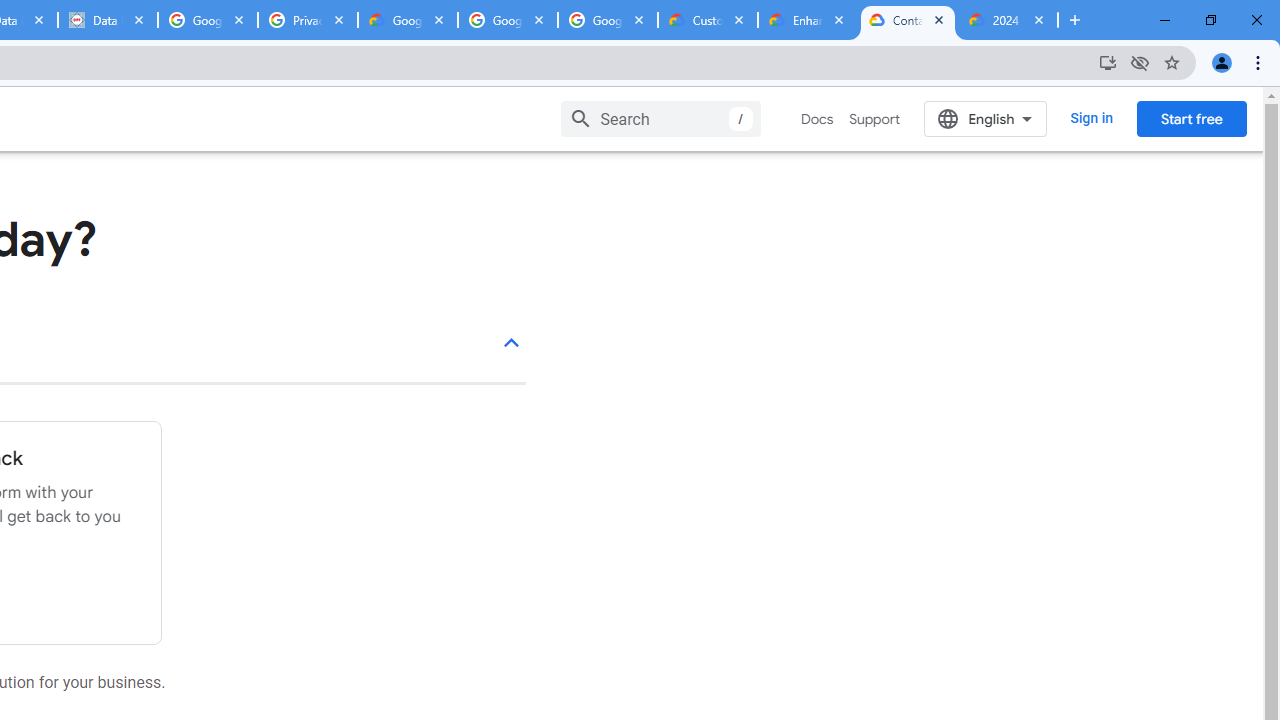 The image size is (1280, 720). What do you see at coordinates (874, 119) in the screenshot?
I see `'Support'` at bounding box center [874, 119].